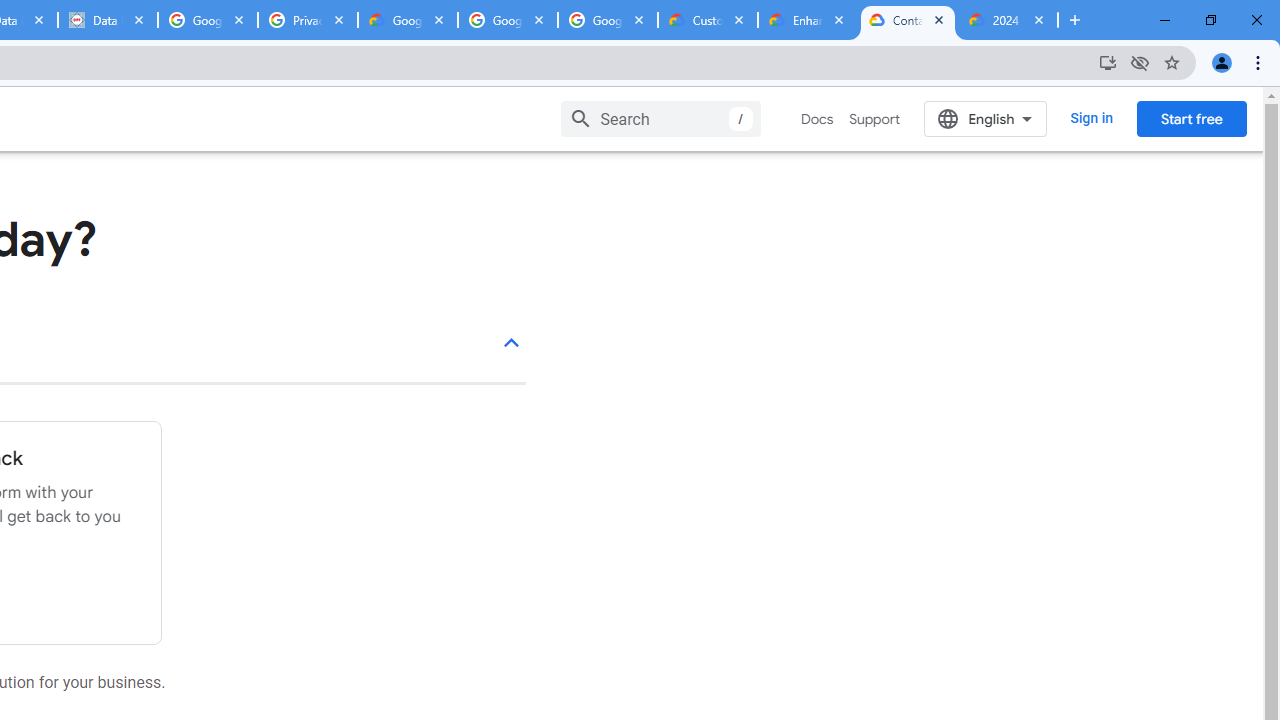 The image size is (1280, 720). What do you see at coordinates (874, 119) in the screenshot?
I see `'Support'` at bounding box center [874, 119].